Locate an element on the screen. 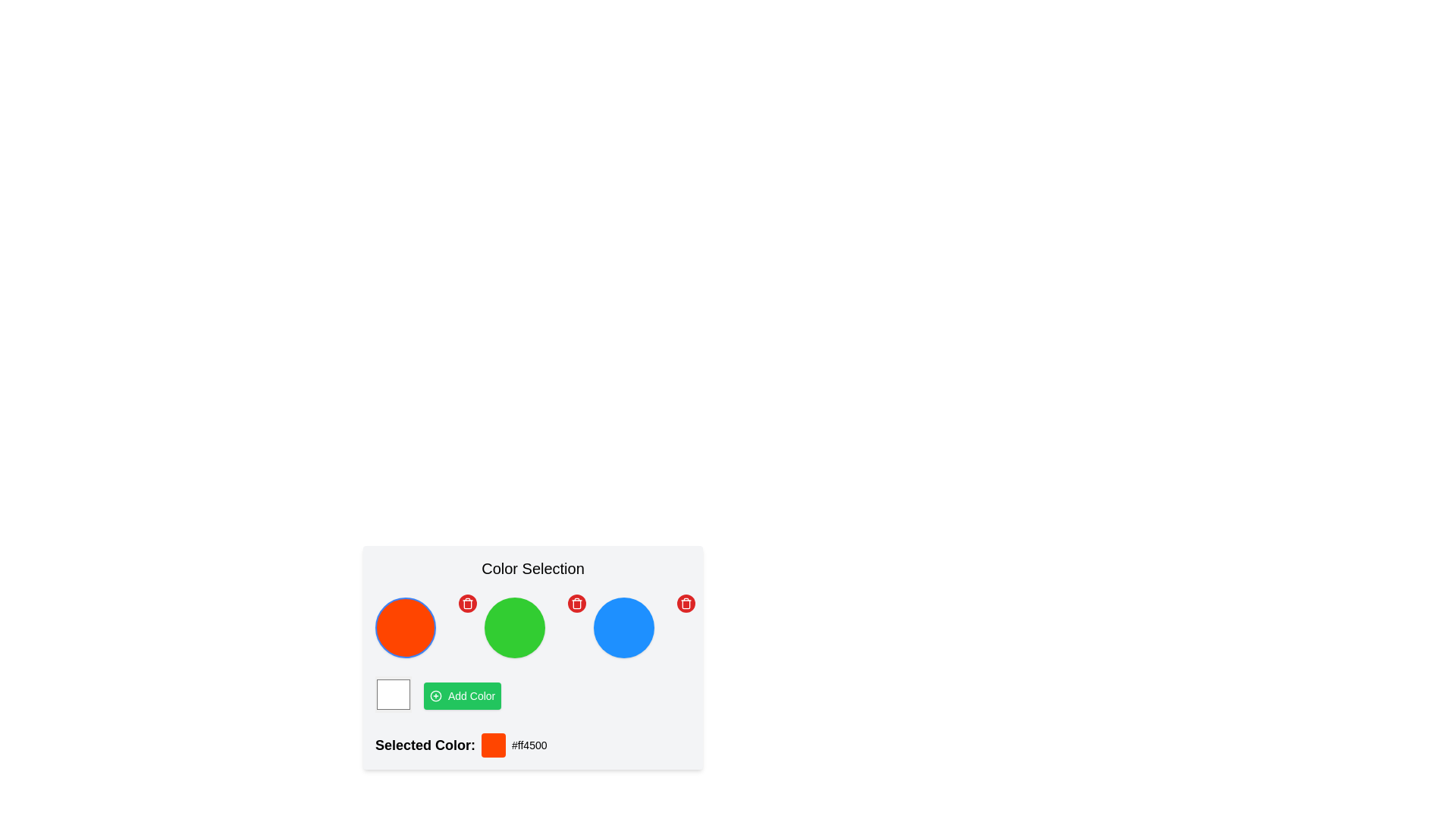  the circular plus sign icon within the 'Add Color' button located in the bottom-left section of the interface is located at coordinates (435, 695).